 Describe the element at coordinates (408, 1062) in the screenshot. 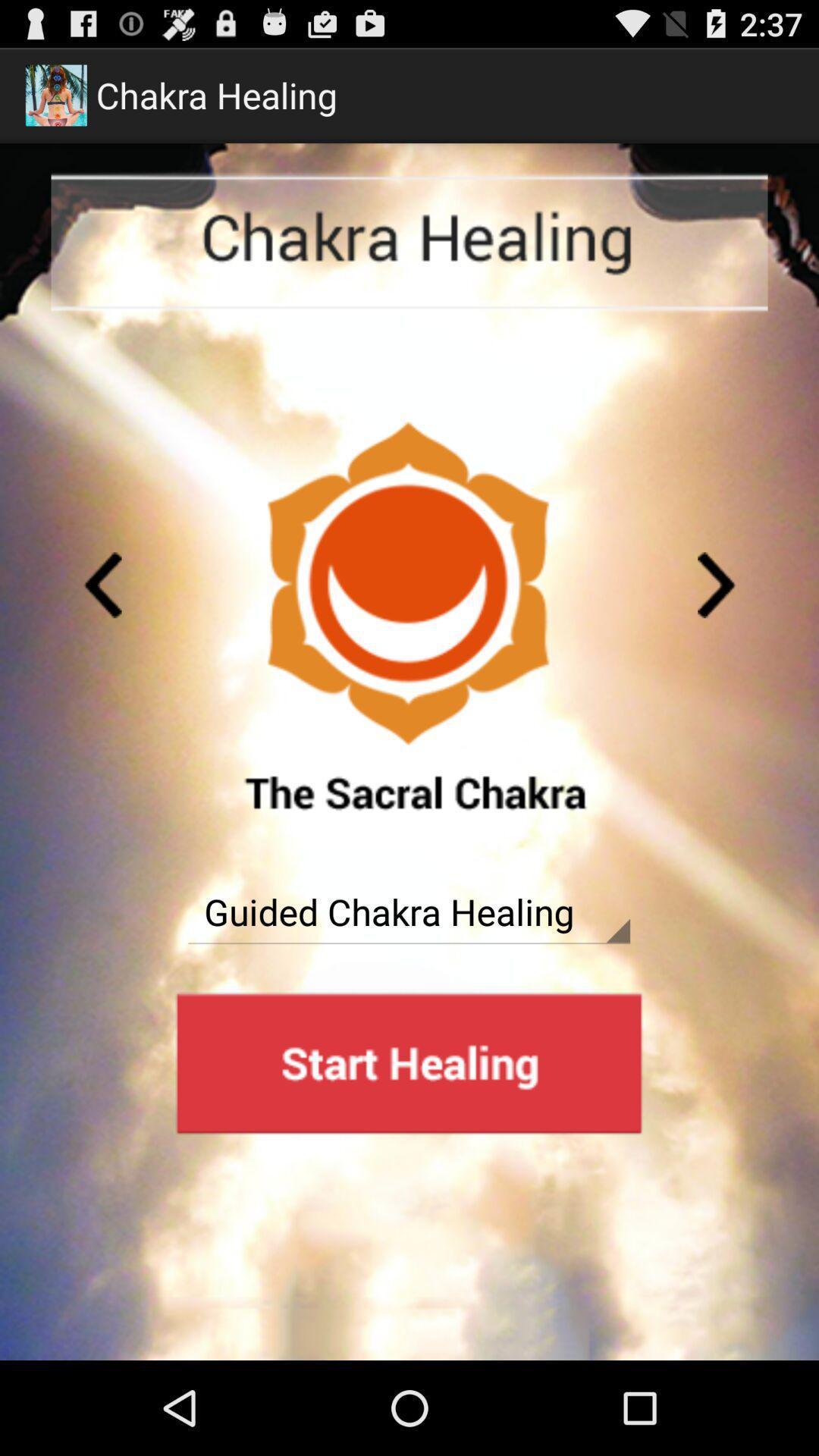

I see `start button` at that location.